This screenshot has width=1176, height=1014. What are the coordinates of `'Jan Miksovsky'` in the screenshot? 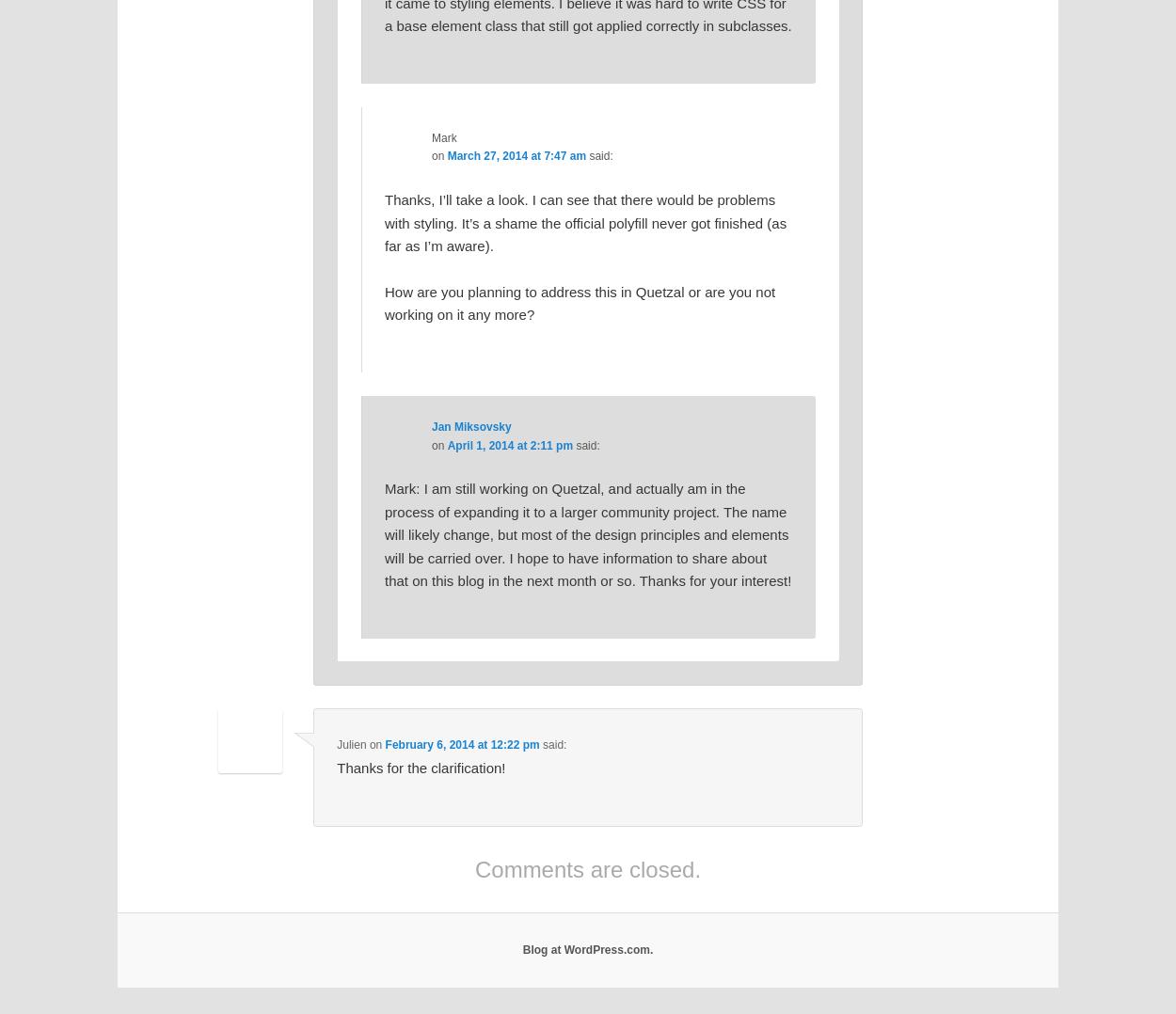 It's located at (470, 427).